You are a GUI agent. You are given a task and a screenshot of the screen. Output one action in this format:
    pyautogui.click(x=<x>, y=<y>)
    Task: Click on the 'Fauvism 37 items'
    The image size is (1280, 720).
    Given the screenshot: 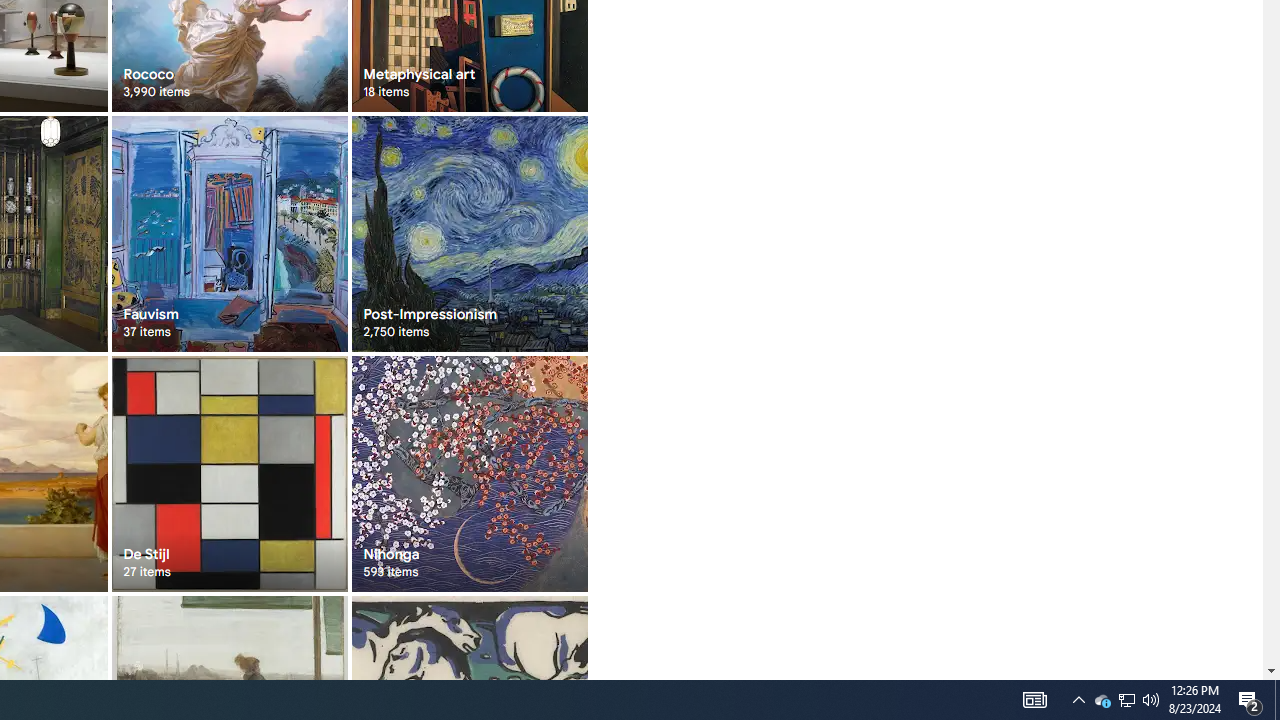 What is the action you would take?
    pyautogui.click(x=229, y=233)
    